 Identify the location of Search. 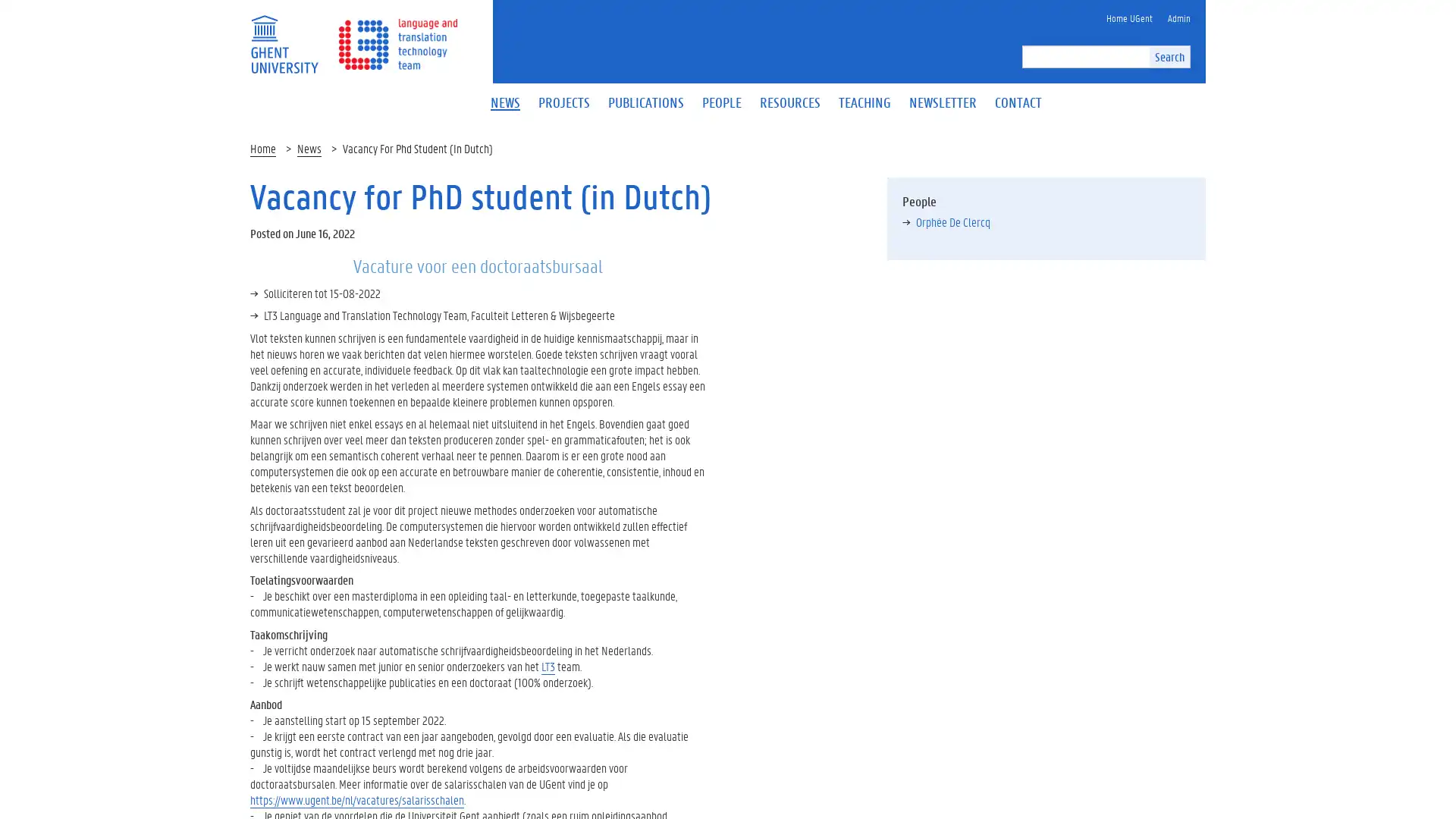
(1169, 55).